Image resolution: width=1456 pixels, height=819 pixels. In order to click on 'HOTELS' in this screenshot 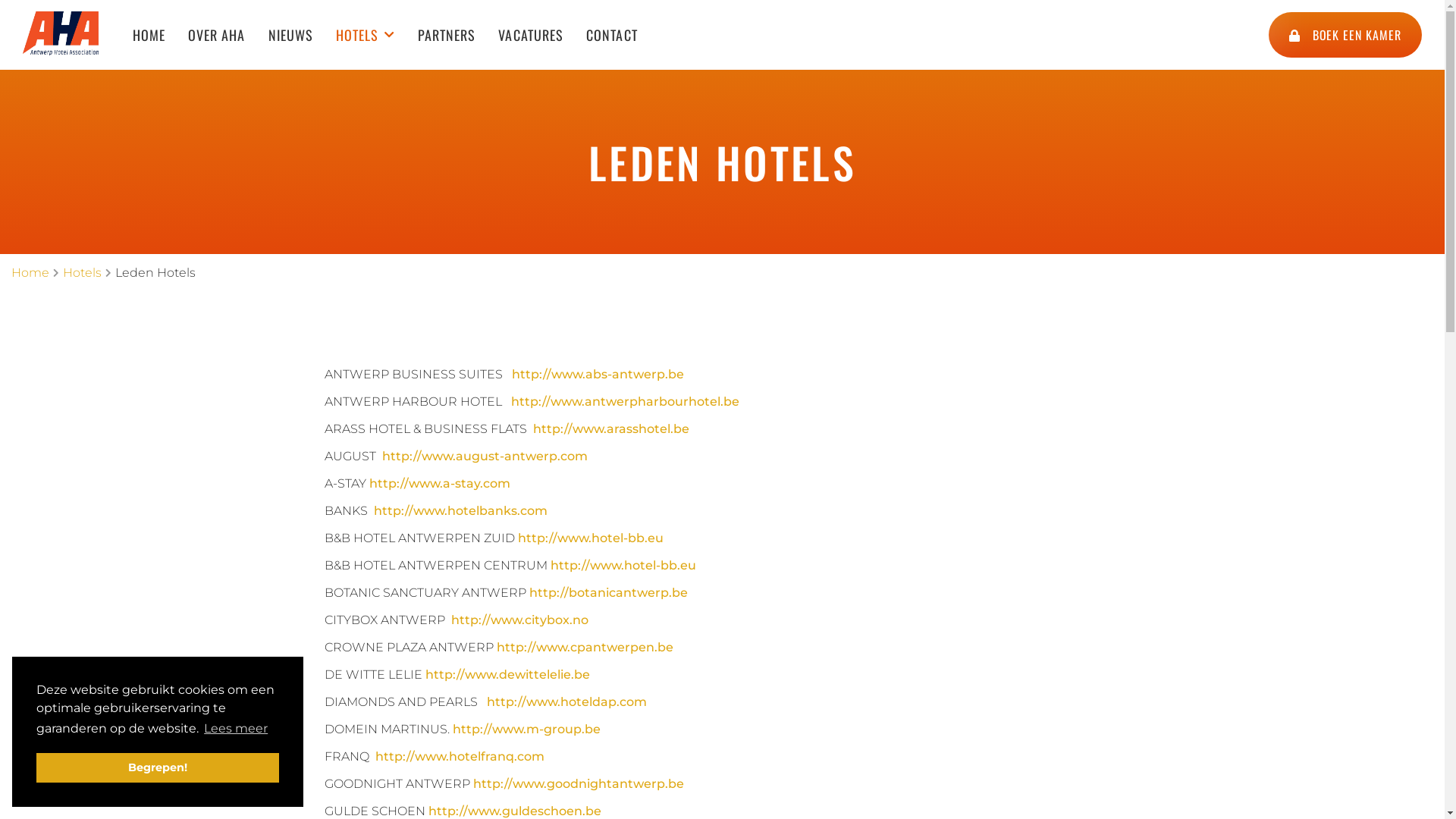, I will do `click(365, 34)`.